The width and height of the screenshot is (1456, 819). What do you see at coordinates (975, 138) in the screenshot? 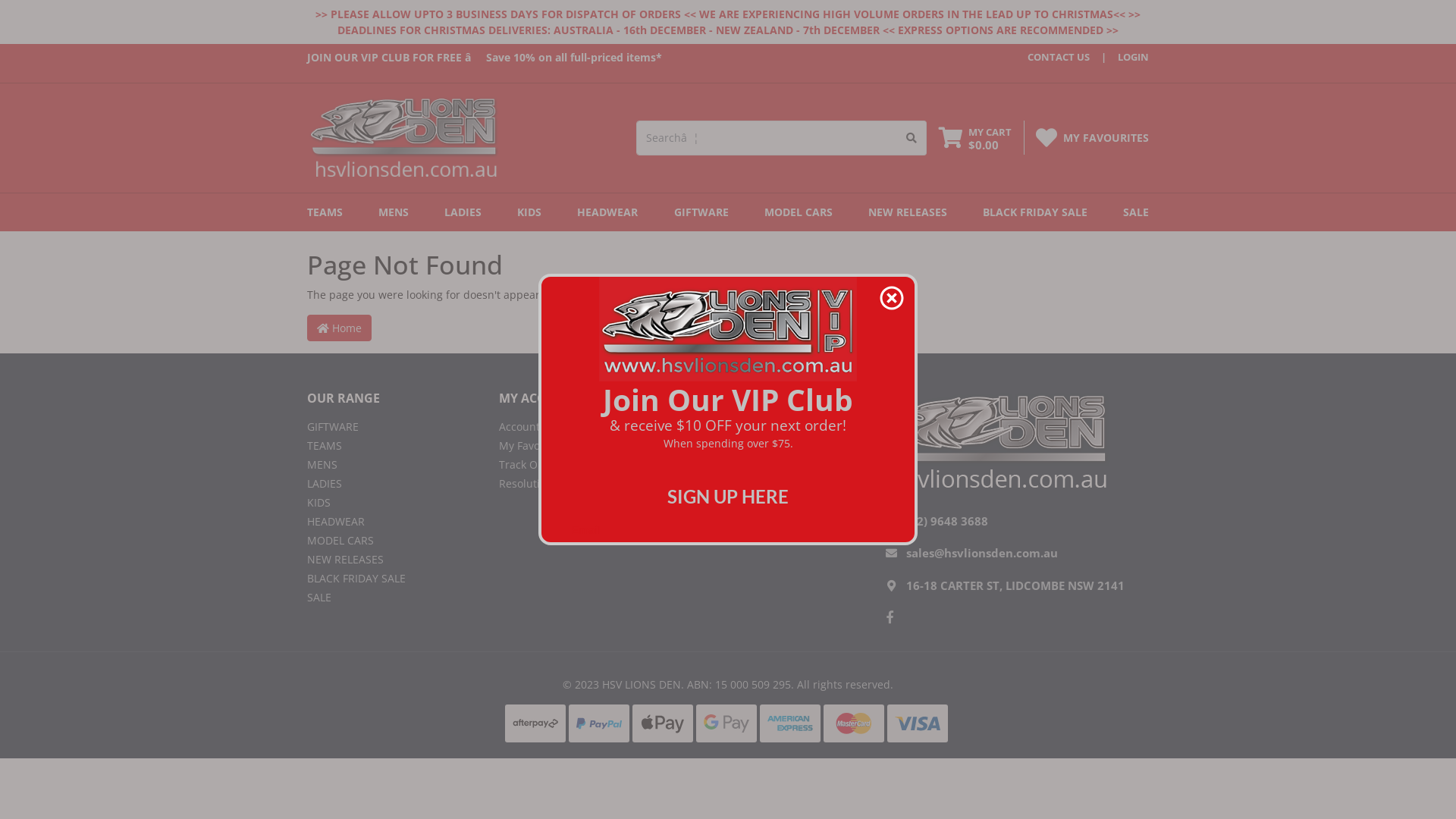
I see `'MY CART` at bounding box center [975, 138].